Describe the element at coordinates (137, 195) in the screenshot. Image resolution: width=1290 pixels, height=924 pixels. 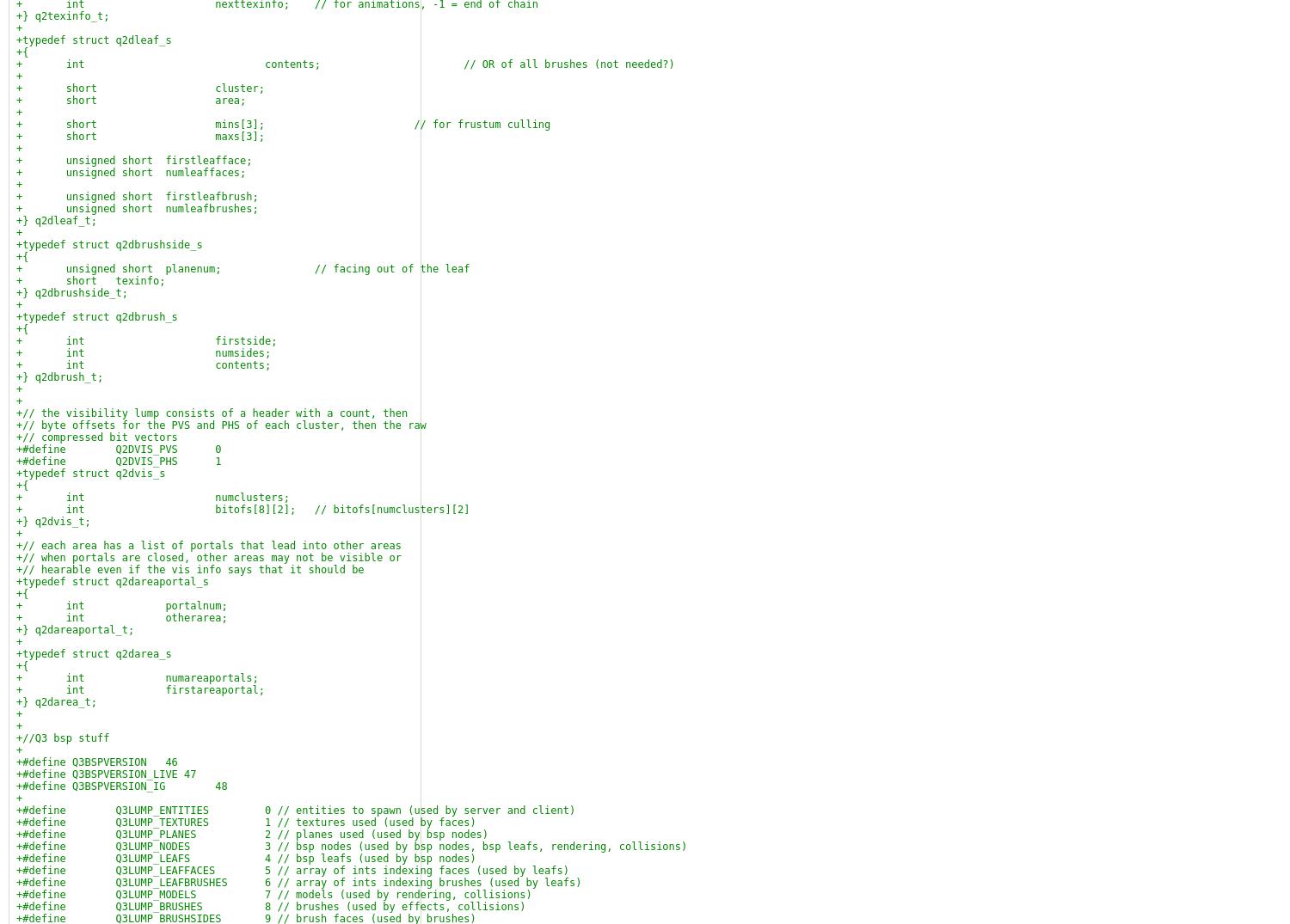
I see `'+       unsigned short  firstleafbrush;'` at that location.